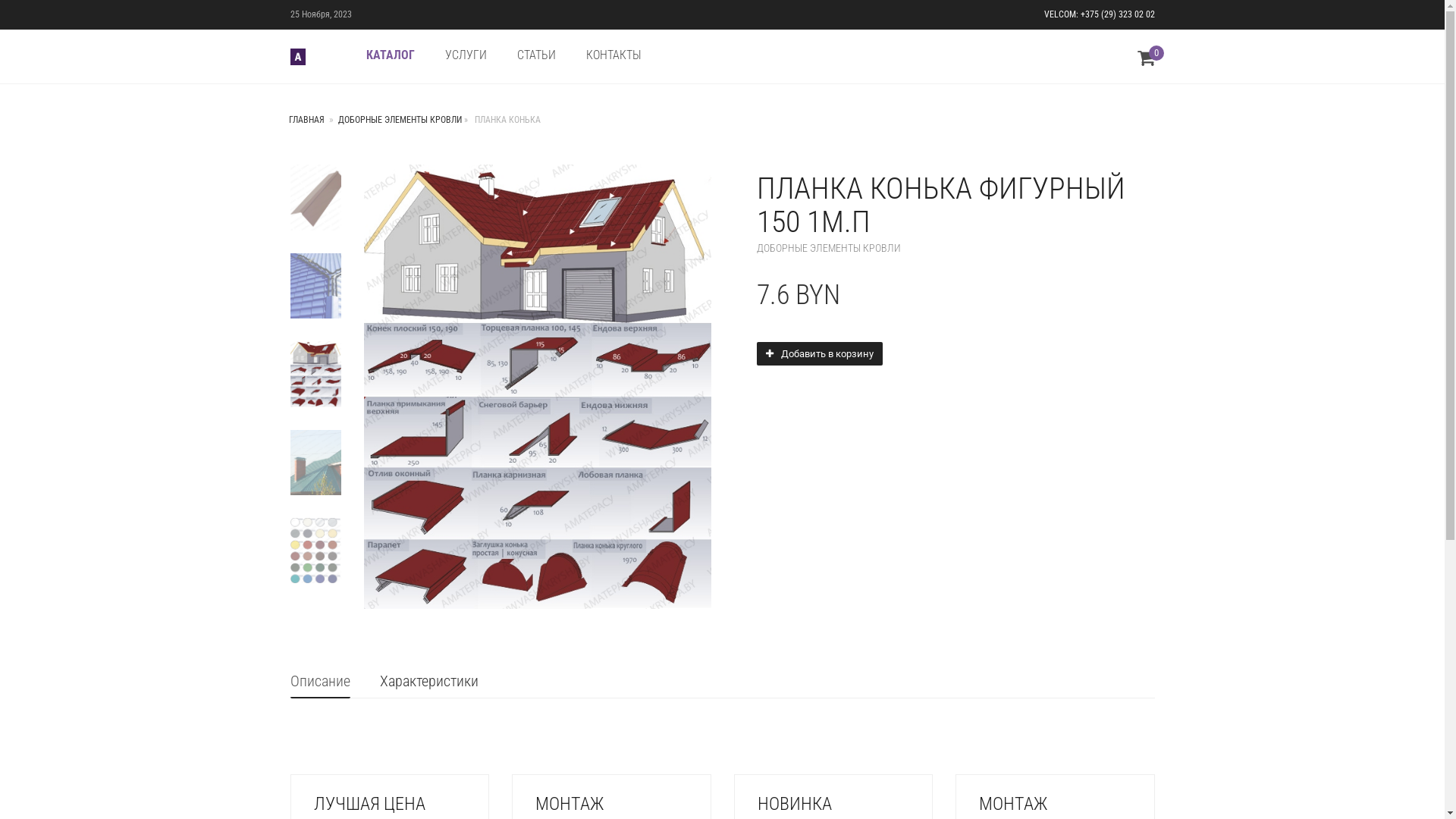 The height and width of the screenshot is (819, 1456). What do you see at coordinates (1146, 61) in the screenshot?
I see `'0'` at bounding box center [1146, 61].